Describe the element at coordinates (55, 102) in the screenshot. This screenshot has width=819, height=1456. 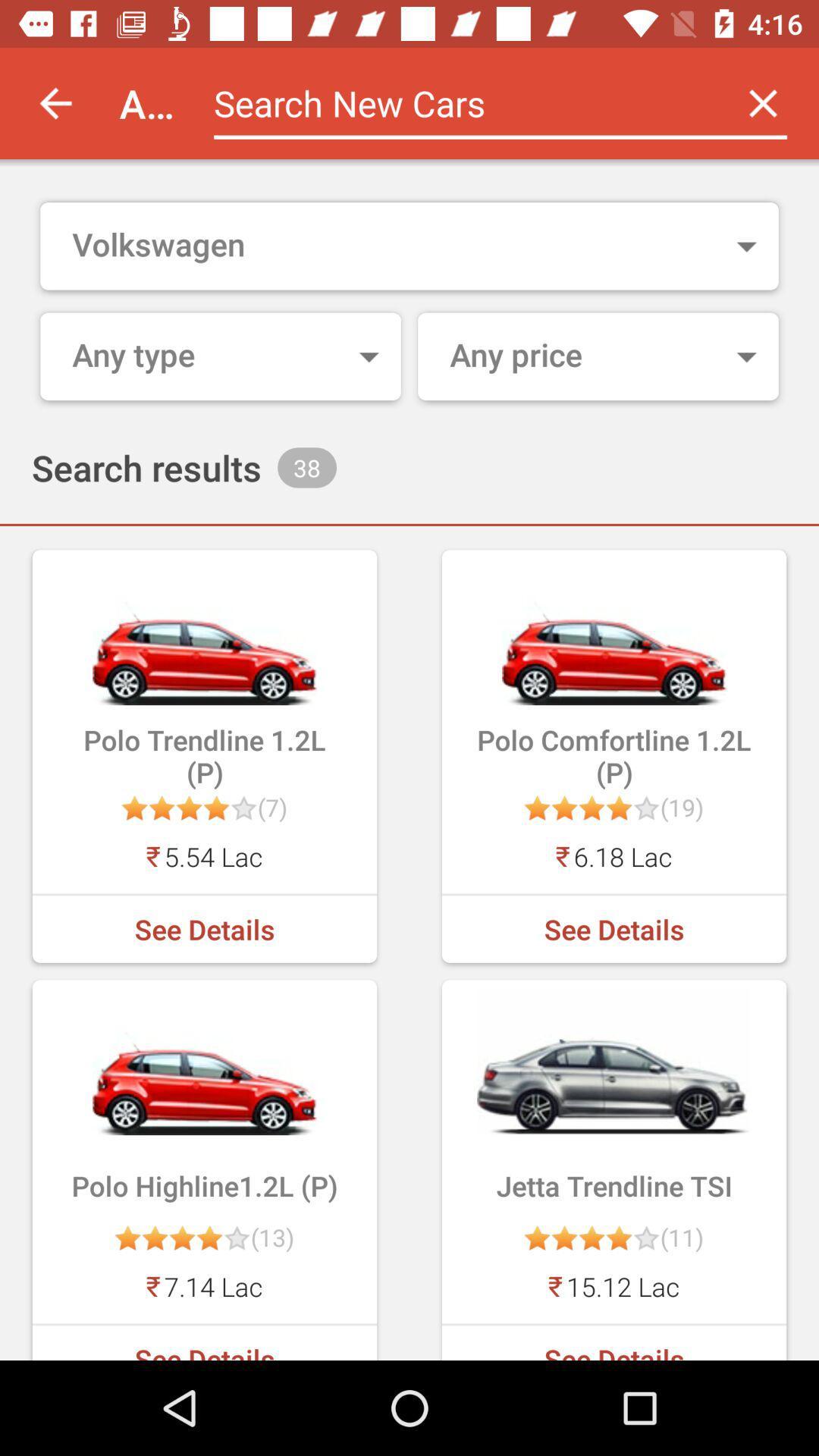
I see `item to the left of autoportal` at that location.